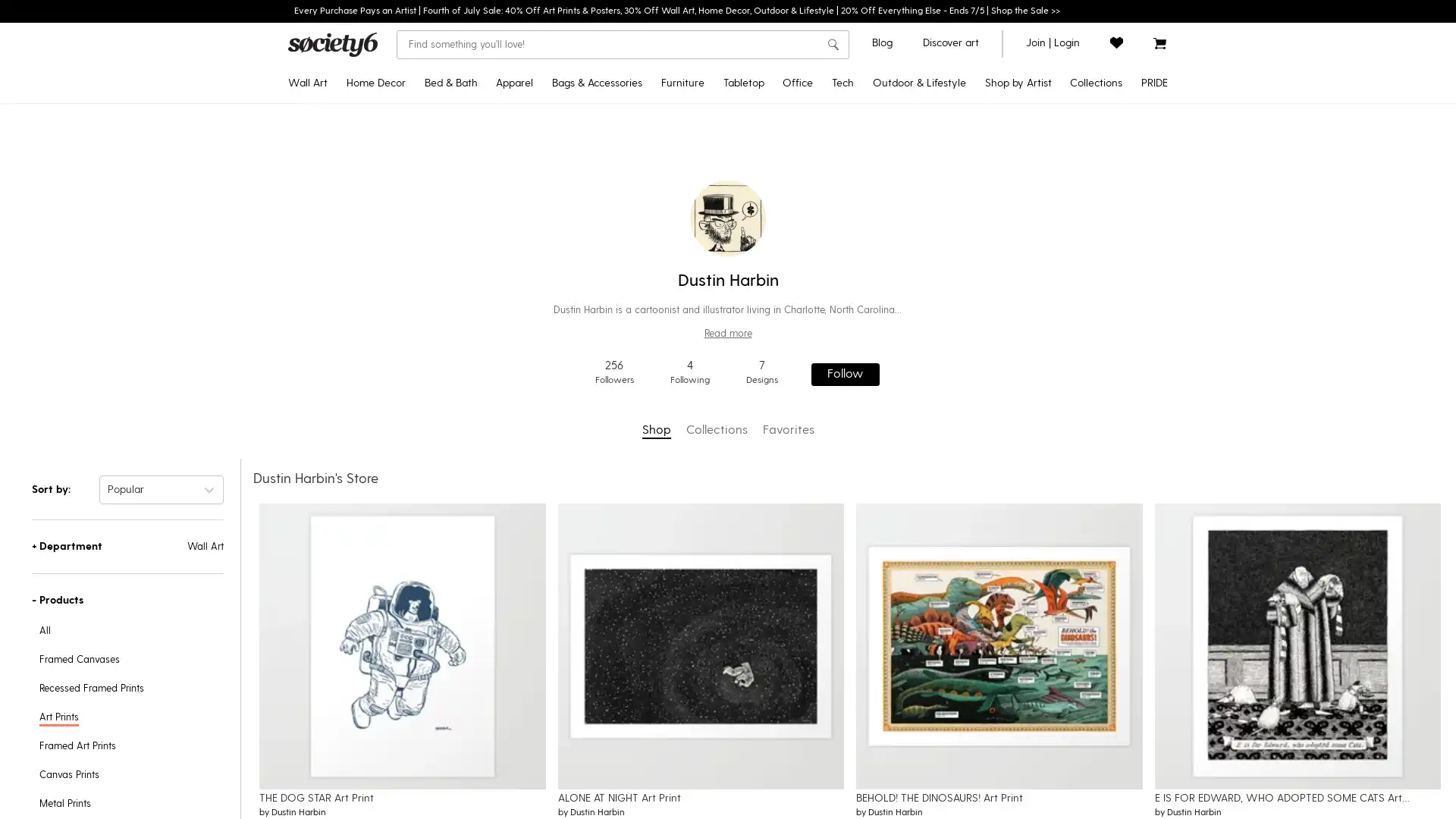  Describe the element at coordinates (607, 194) in the screenshot. I see `Duffle Bags` at that location.